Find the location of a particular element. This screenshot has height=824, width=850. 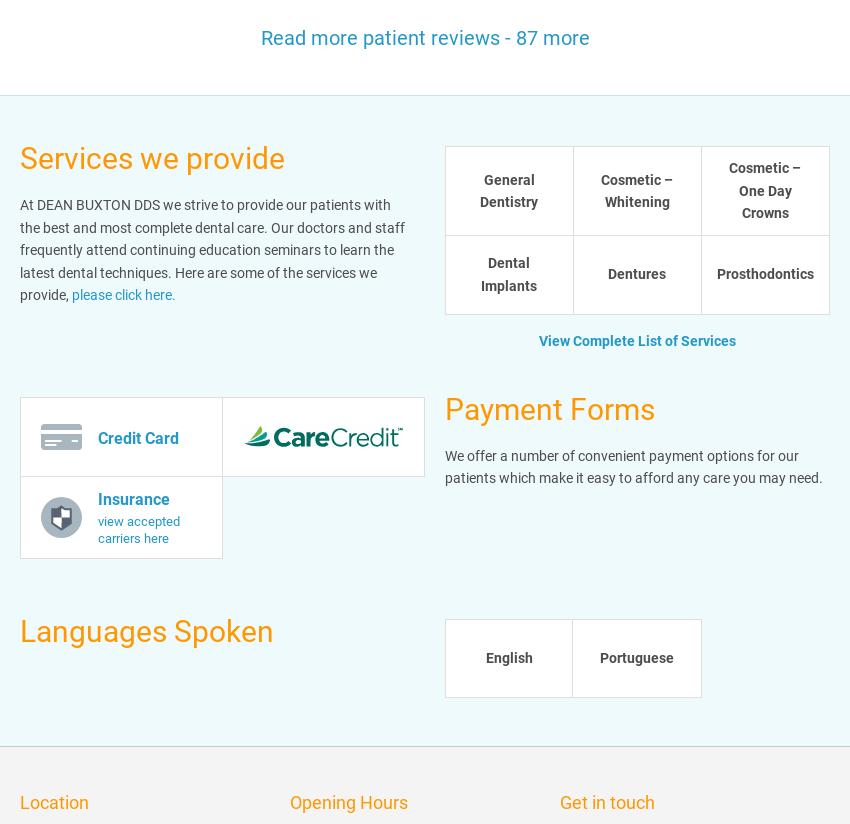

'view accepted carriers here' is located at coordinates (138, 529).